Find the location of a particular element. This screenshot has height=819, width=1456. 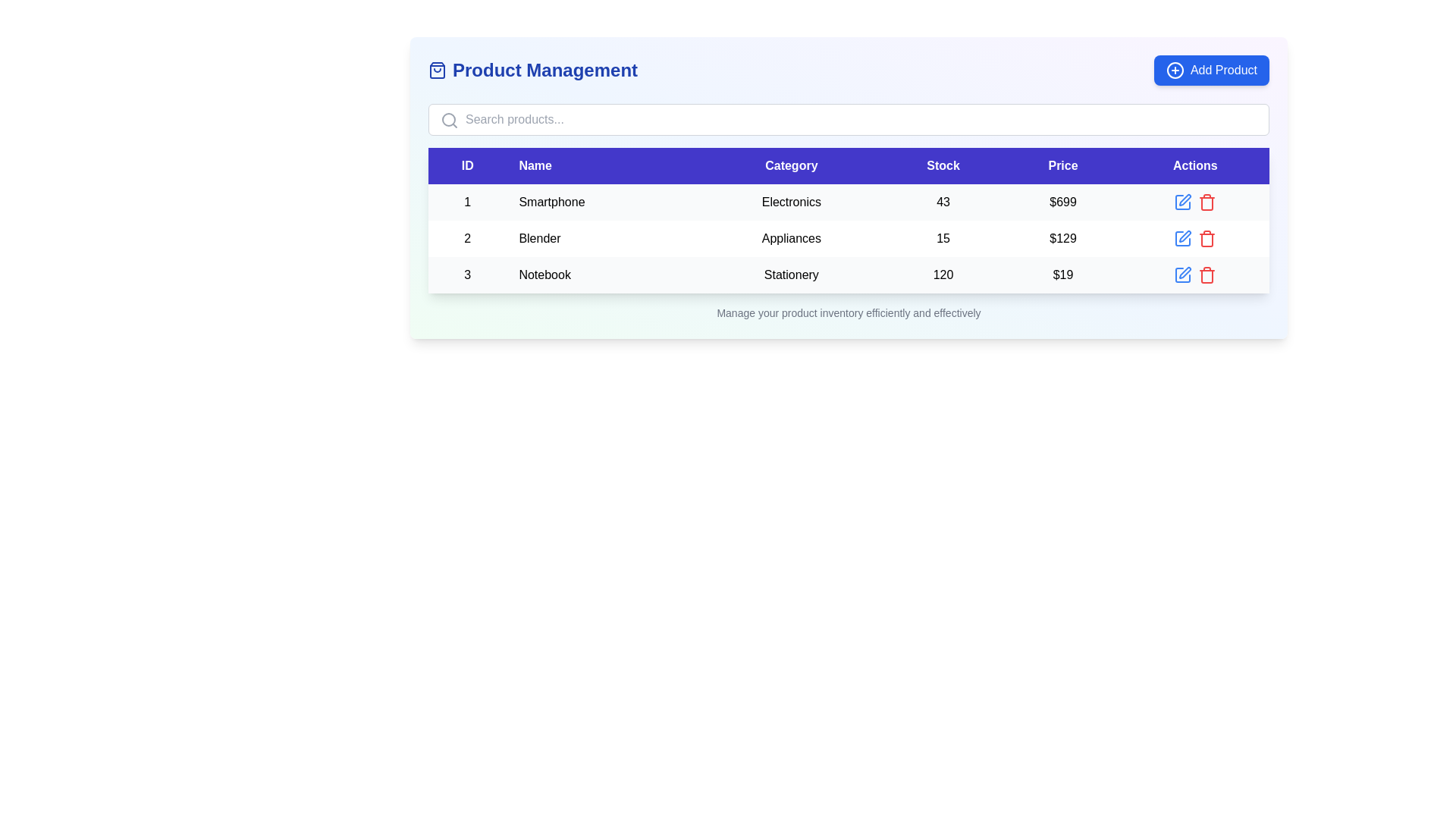

the unique identifier text for the product 'Smartphone' in the first row of the table, which links to extra details is located at coordinates (466, 201).